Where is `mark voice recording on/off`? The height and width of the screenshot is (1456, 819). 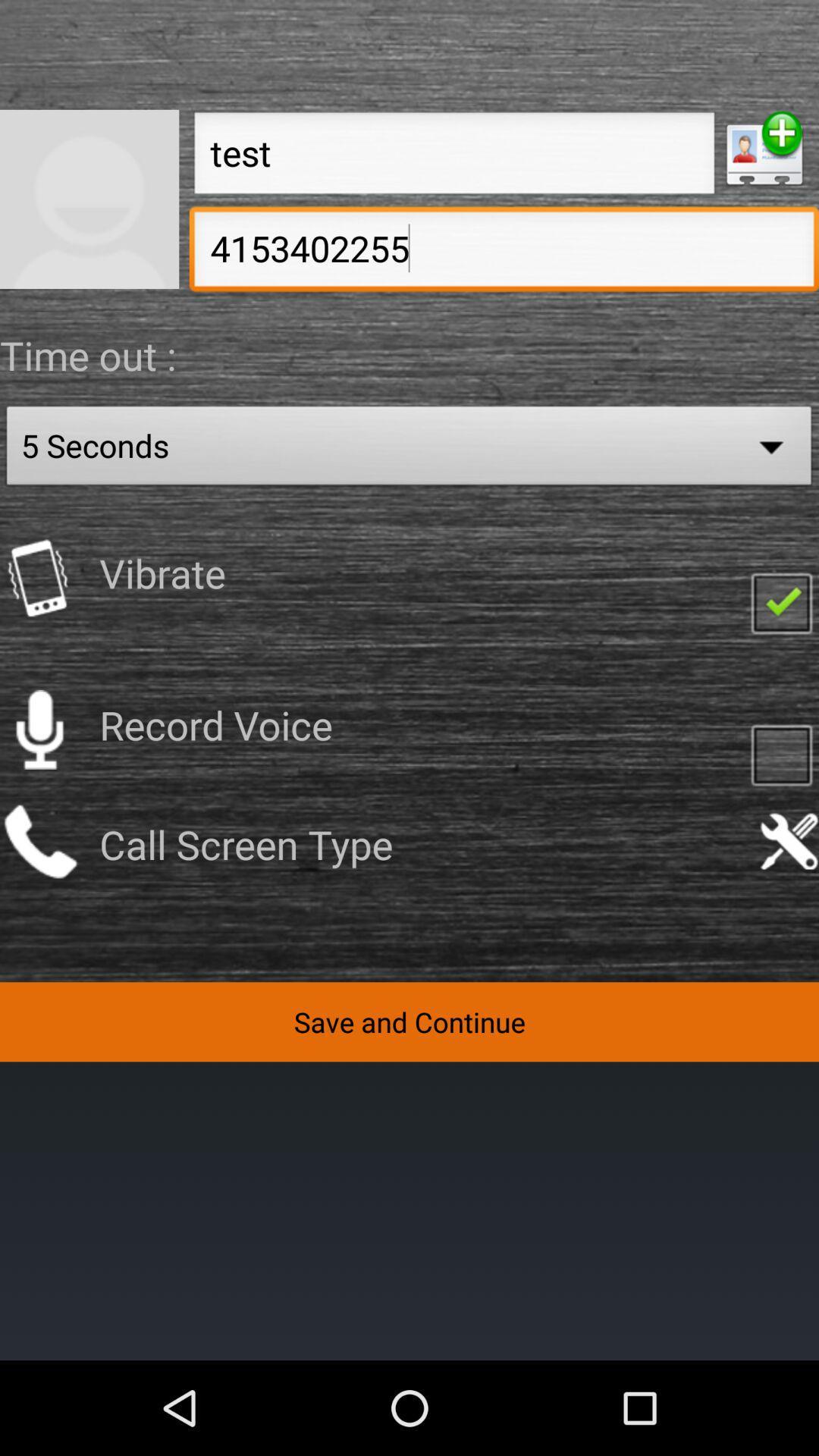
mark voice recording on/off is located at coordinates (781, 754).